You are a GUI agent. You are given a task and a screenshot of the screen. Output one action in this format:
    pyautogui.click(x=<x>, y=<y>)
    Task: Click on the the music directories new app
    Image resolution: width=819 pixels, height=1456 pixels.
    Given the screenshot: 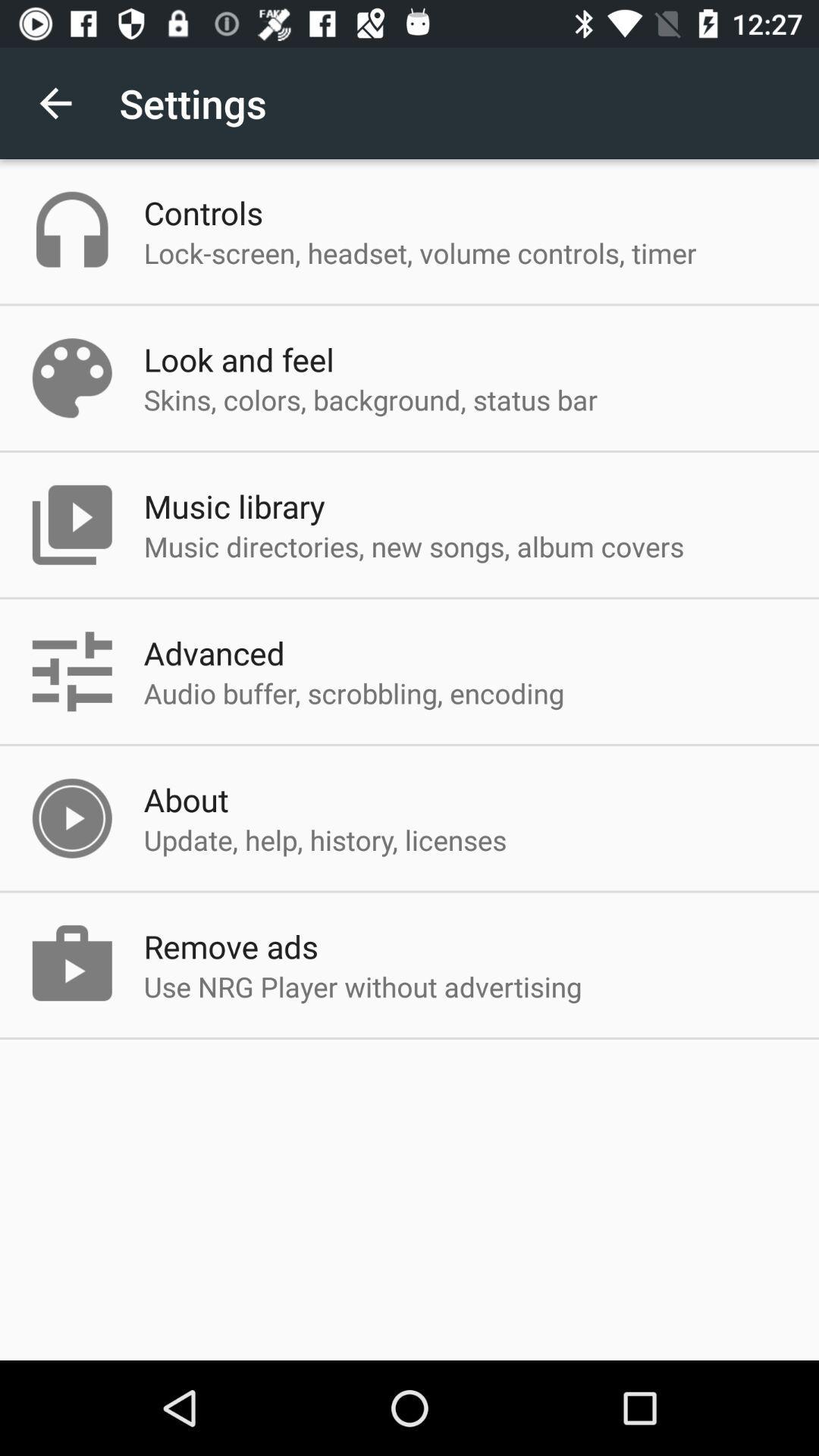 What is the action you would take?
    pyautogui.click(x=414, y=546)
    